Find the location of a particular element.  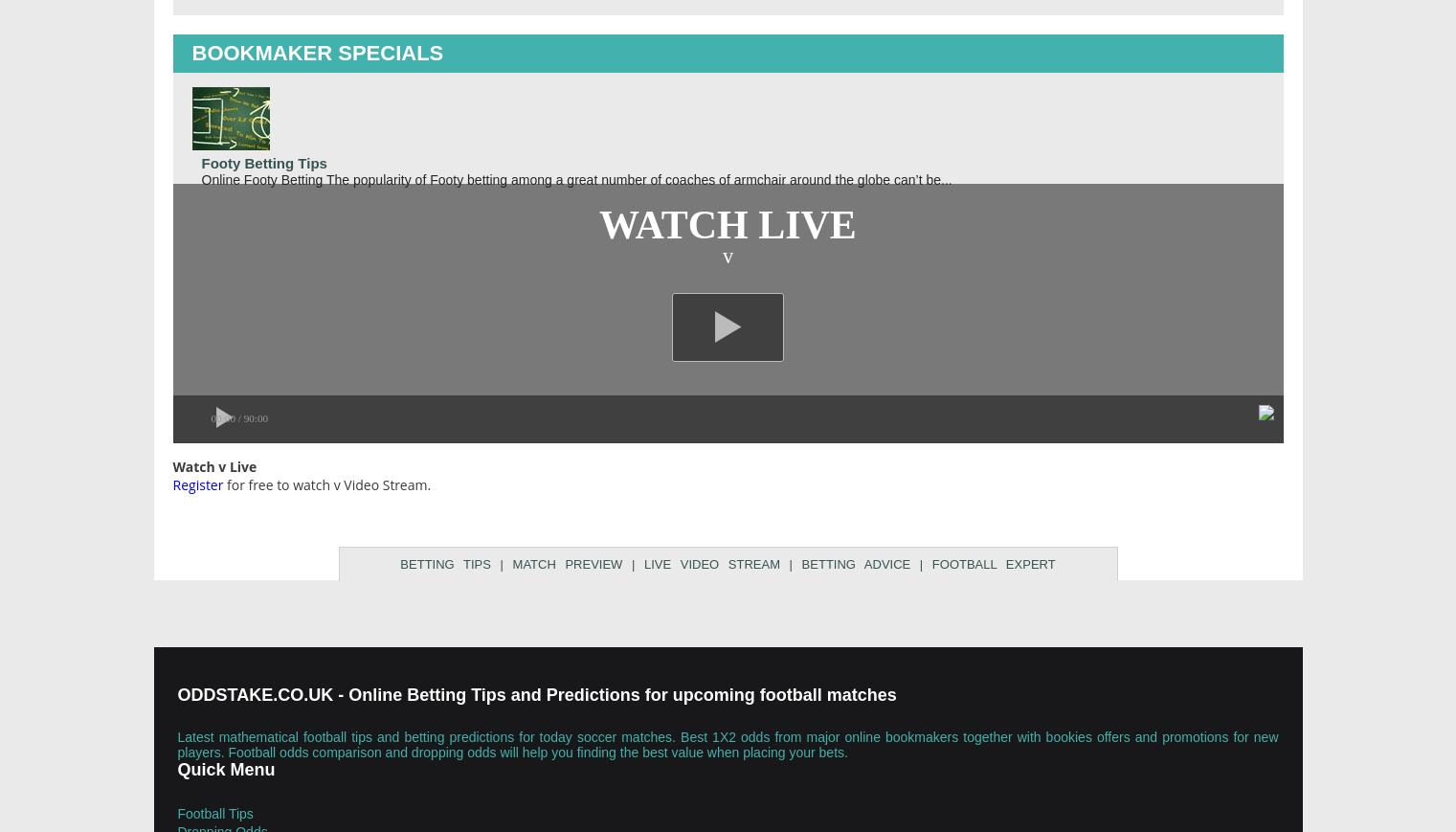

'for free to watch  v  Video Stream.' is located at coordinates (325, 483).